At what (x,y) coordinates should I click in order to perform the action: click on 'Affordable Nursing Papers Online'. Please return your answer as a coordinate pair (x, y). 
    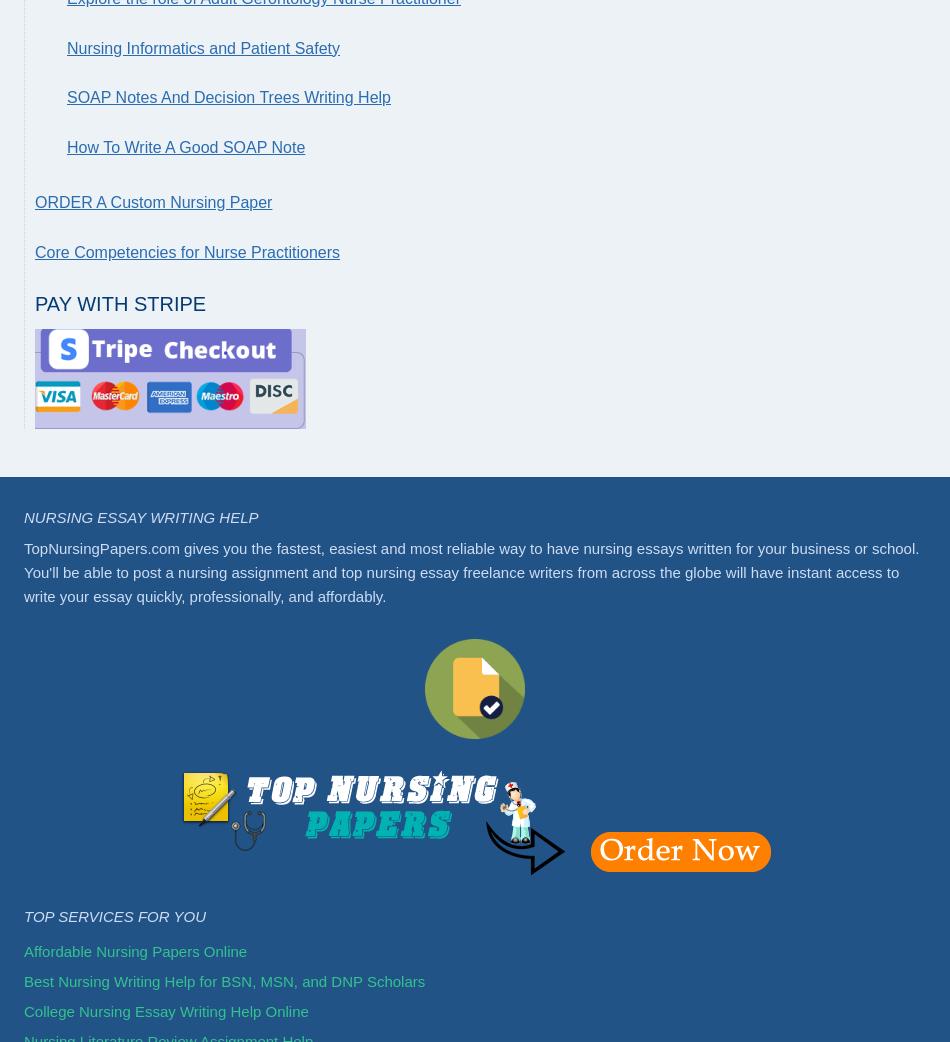
    Looking at the image, I should click on (135, 949).